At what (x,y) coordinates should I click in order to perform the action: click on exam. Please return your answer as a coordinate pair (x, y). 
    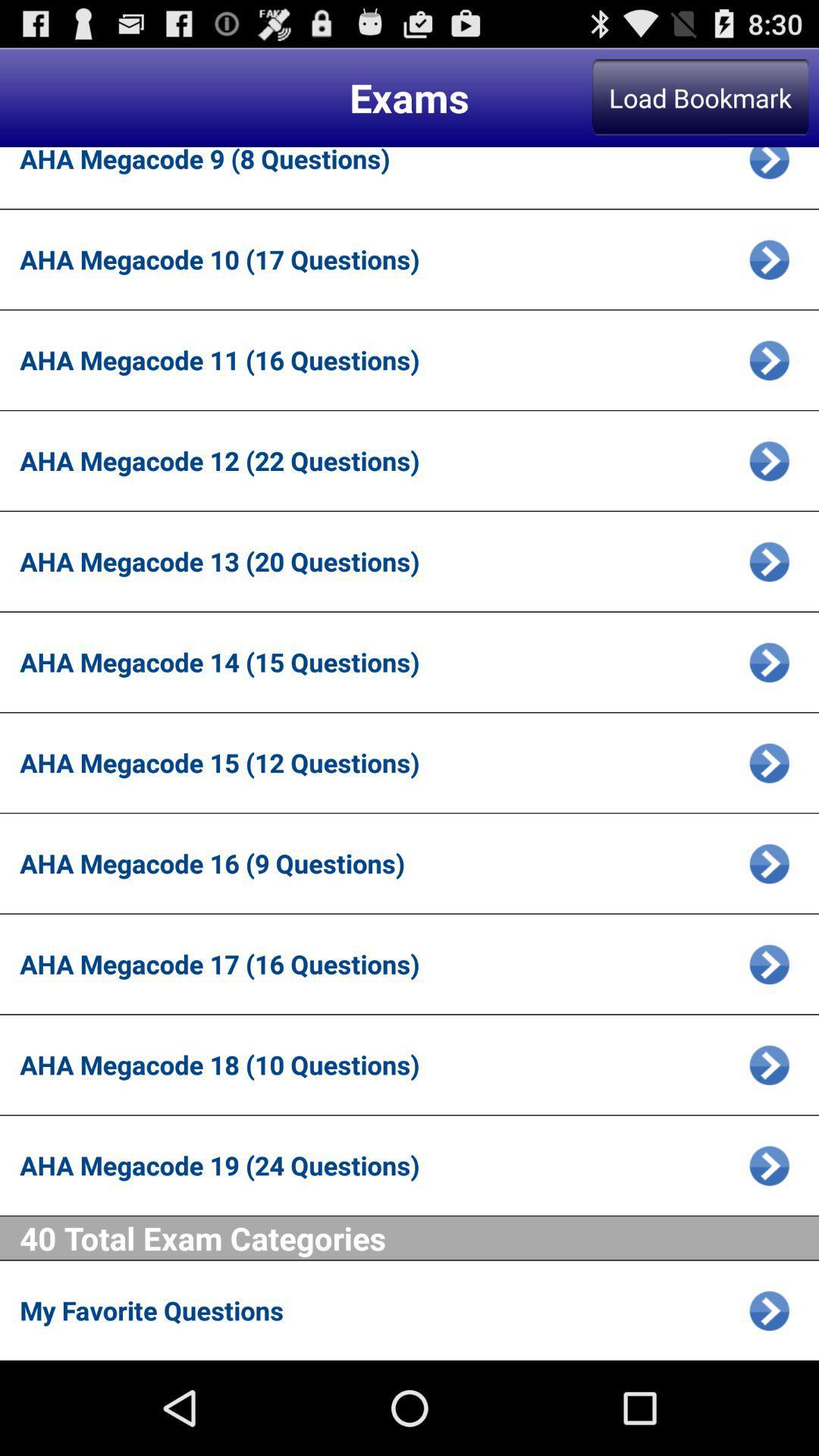
    Looking at the image, I should click on (769, 560).